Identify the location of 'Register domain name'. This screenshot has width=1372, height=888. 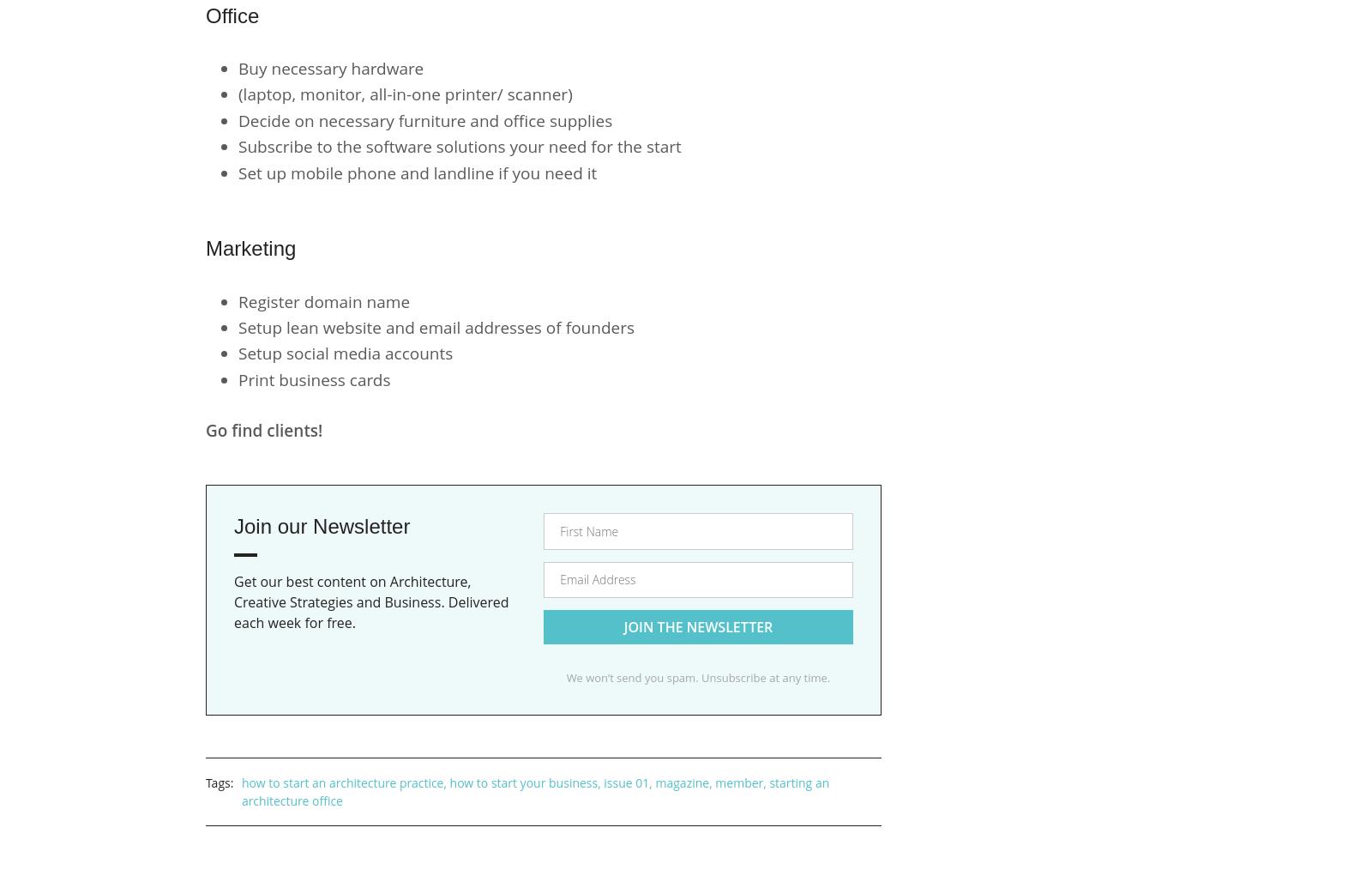
(324, 300).